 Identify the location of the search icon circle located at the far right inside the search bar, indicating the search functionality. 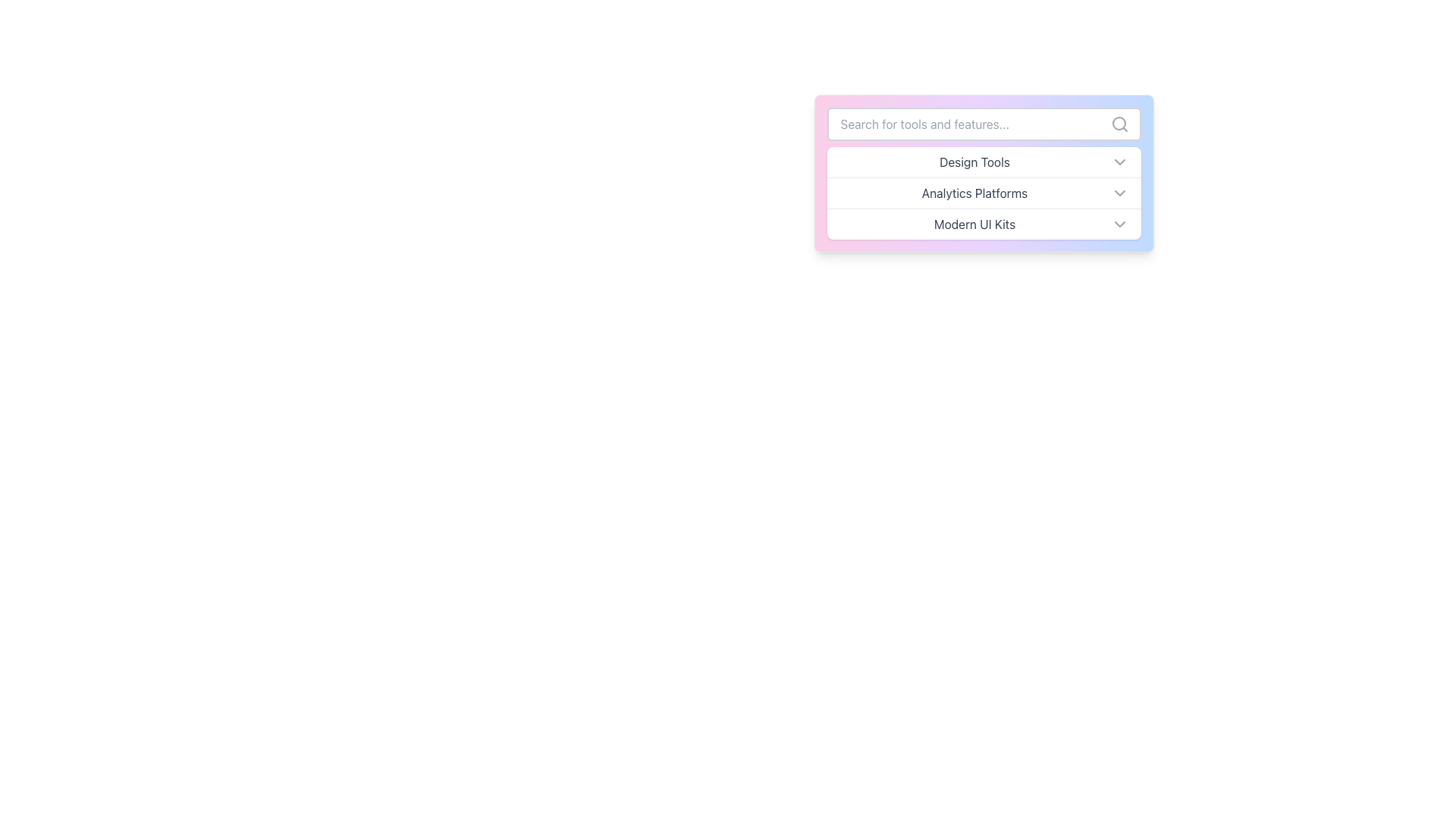
(1119, 122).